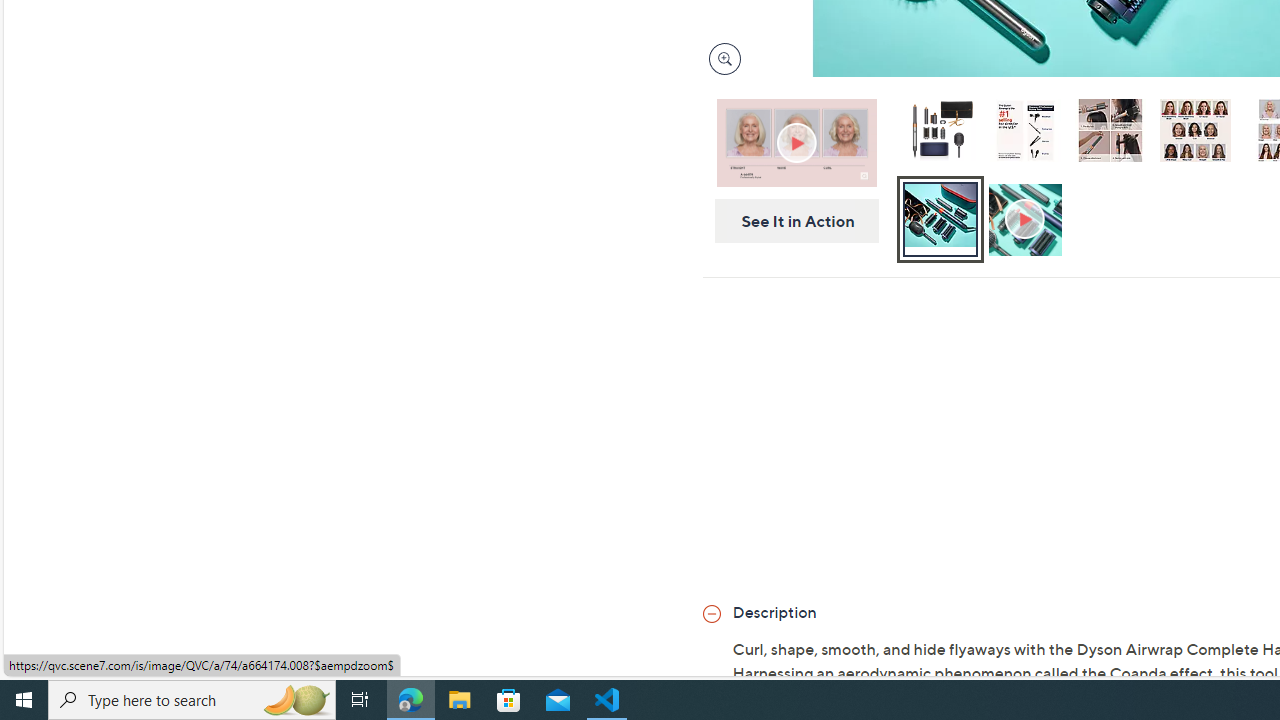 This screenshot has width=1280, height=720. Describe the element at coordinates (938, 129) in the screenshot. I see `'Dyson Airwrap Complete with Paddle Brush and Travel Pouch'` at that location.